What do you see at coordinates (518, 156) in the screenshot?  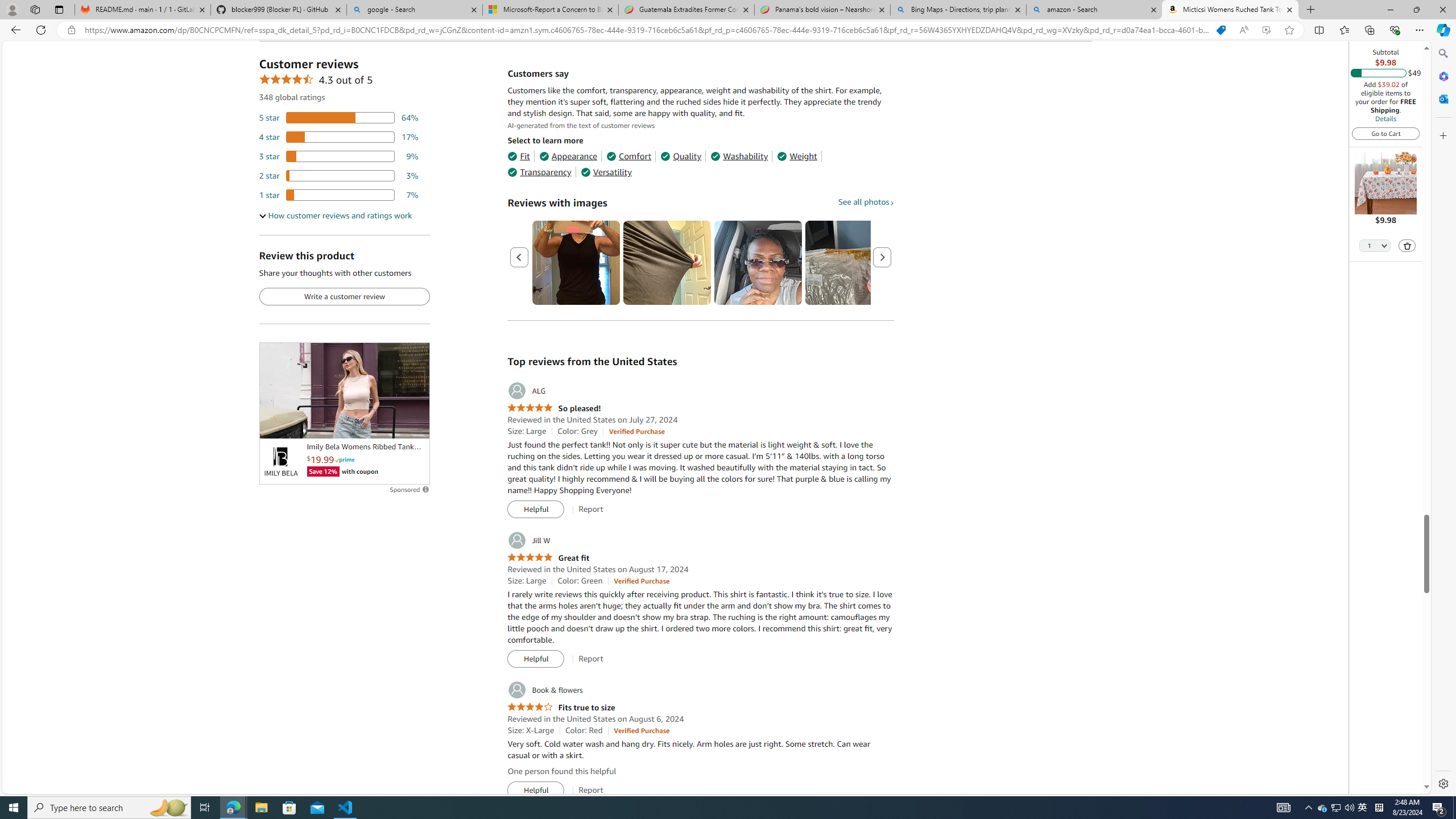 I see `'Fit'` at bounding box center [518, 156].